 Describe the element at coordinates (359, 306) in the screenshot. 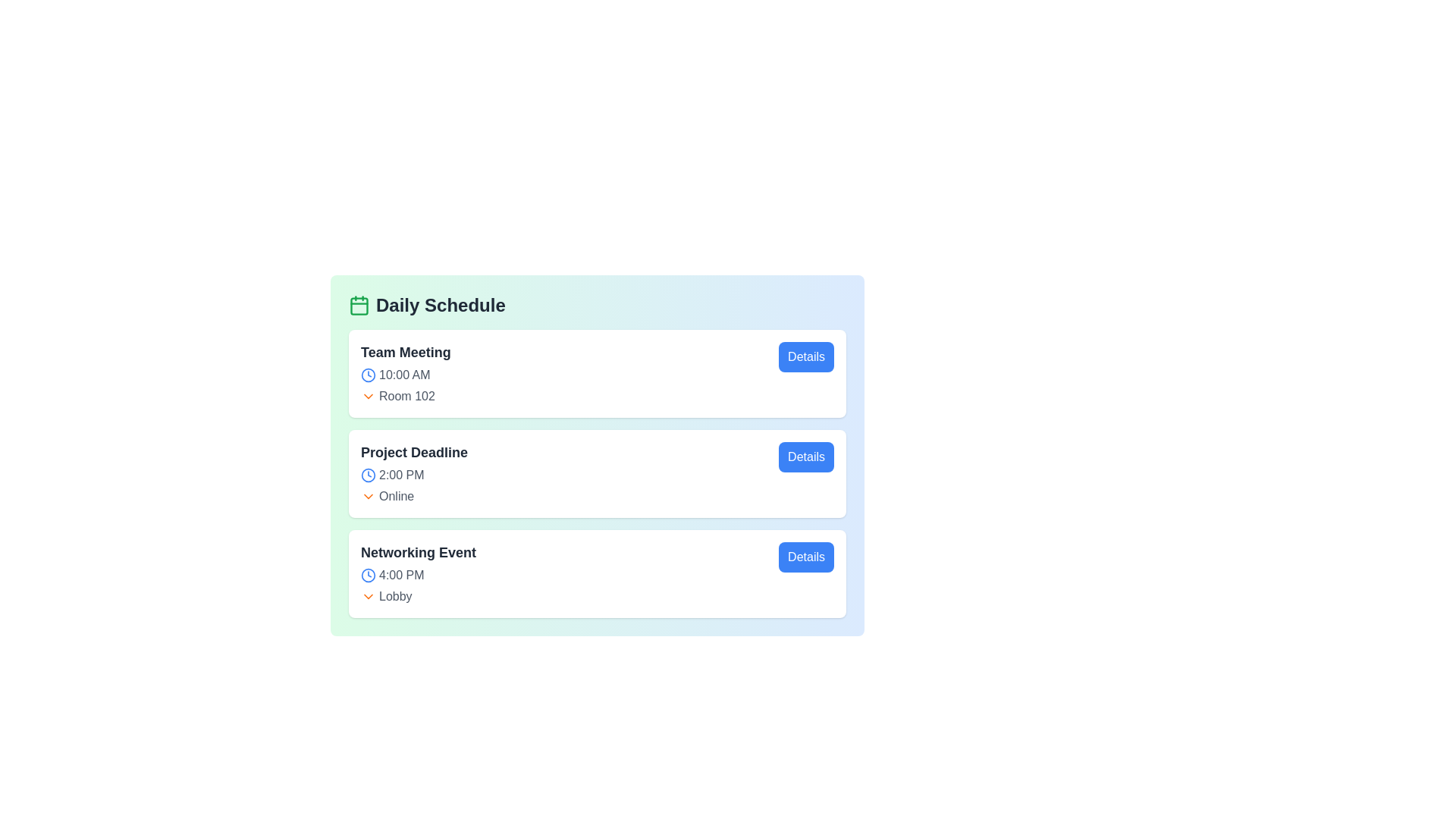

I see `the decorative graphical element inside the calendar icon located at the top-left corner of the interface` at that location.